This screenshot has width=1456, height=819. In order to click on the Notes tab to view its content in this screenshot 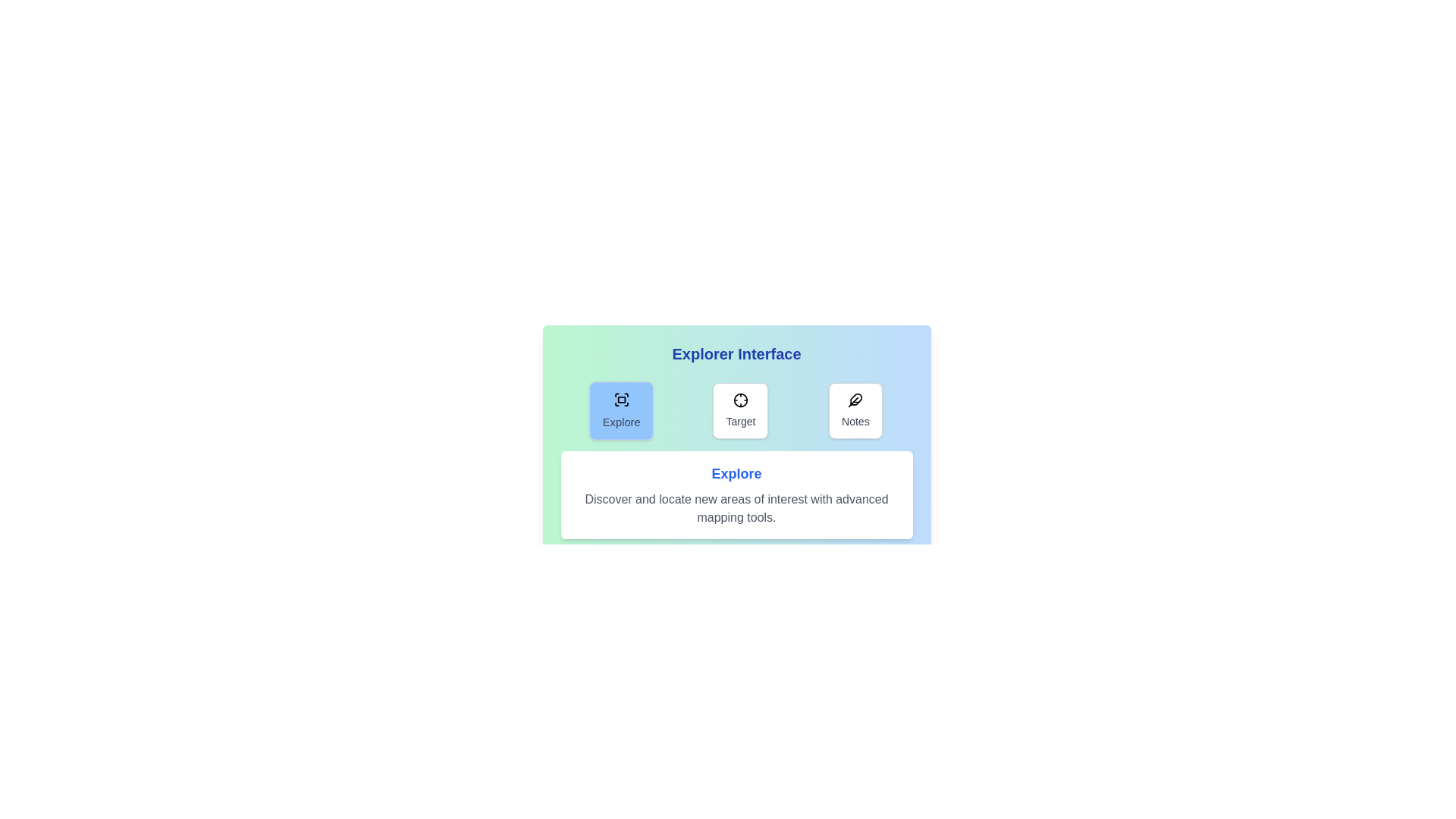, I will do `click(855, 411)`.